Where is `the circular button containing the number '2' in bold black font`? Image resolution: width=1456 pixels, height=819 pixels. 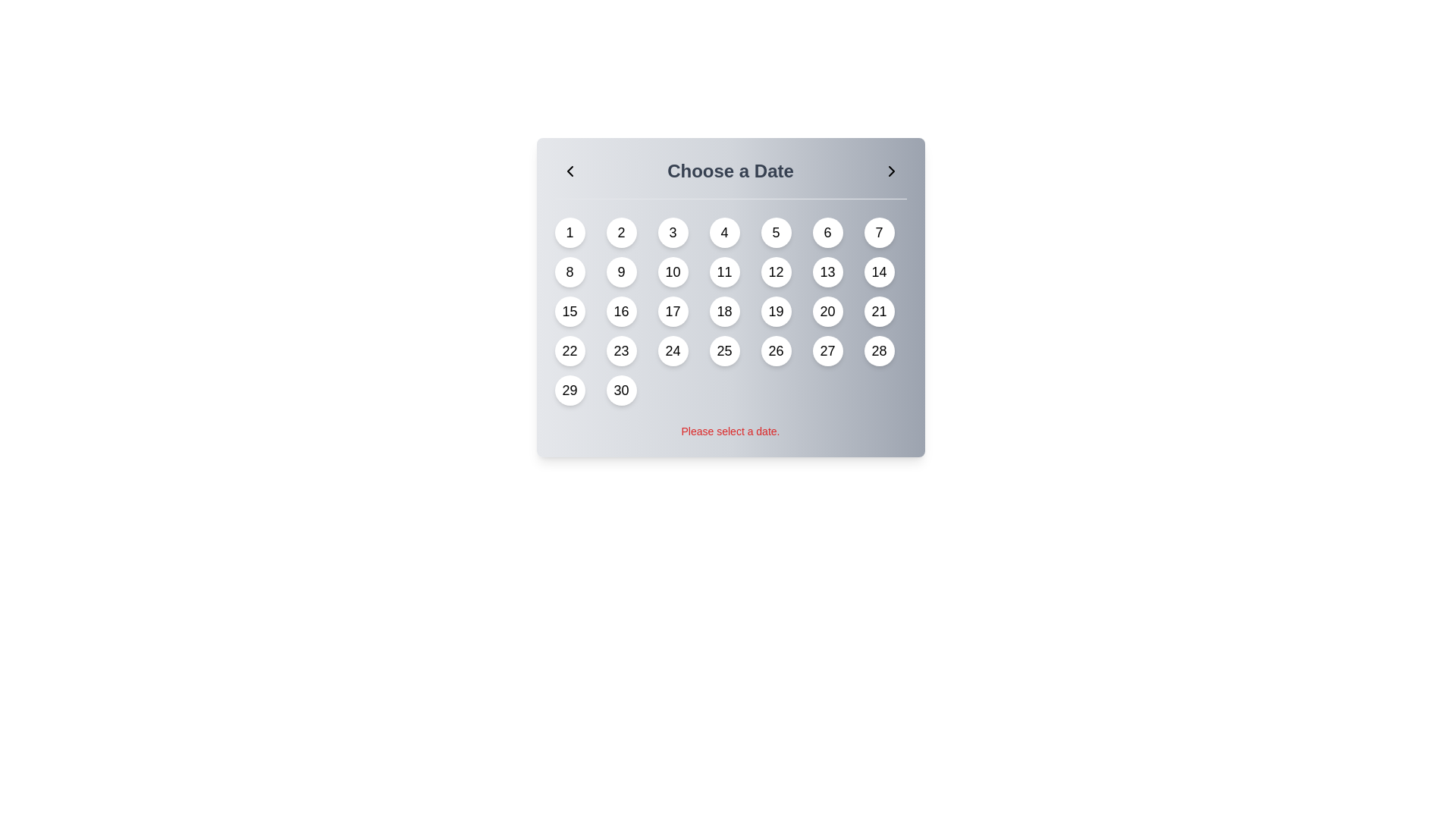 the circular button containing the number '2' in bold black font is located at coordinates (621, 233).